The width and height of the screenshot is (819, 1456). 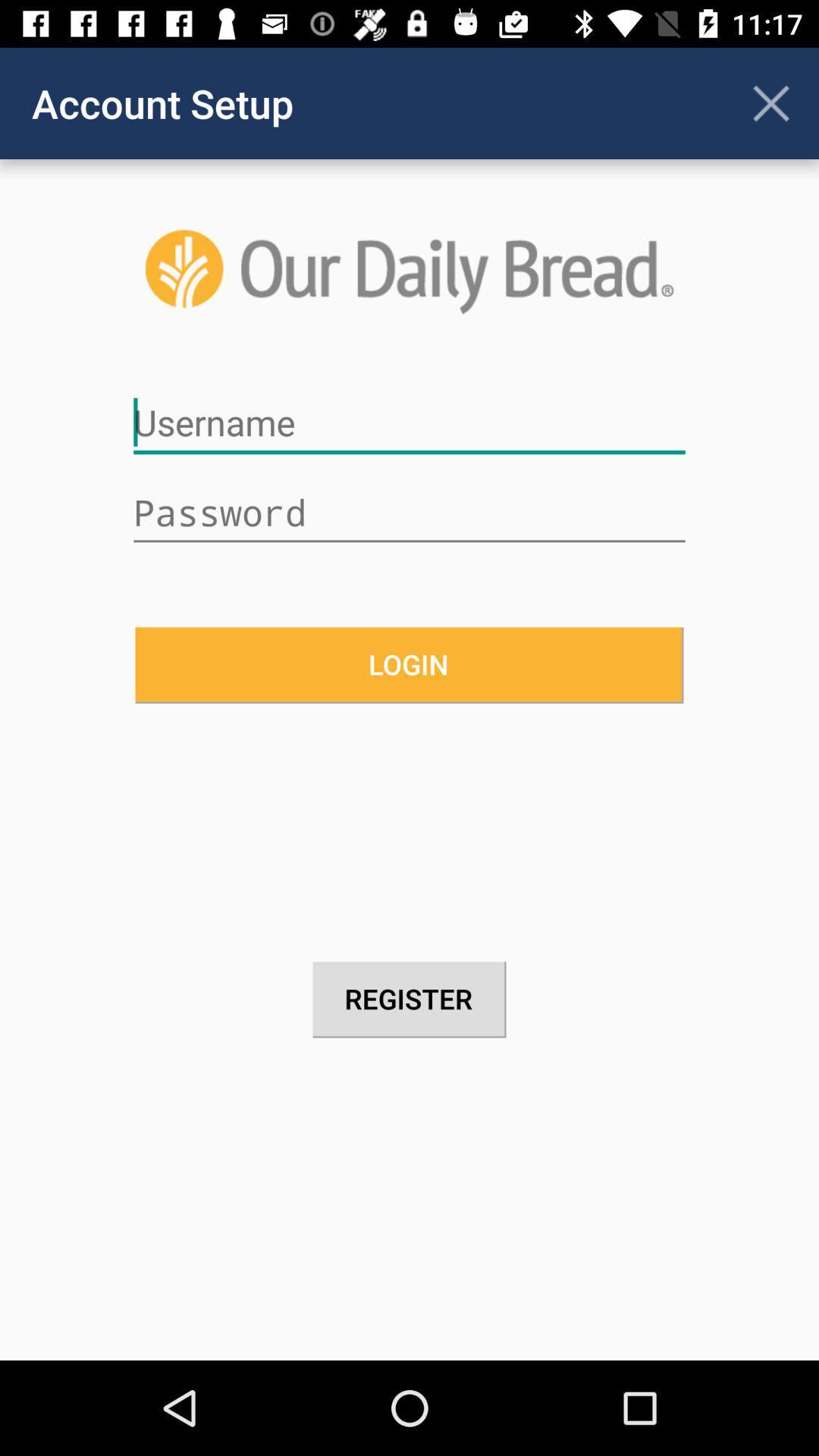 I want to click on item at the top right corner, so click(x=771, y=102).